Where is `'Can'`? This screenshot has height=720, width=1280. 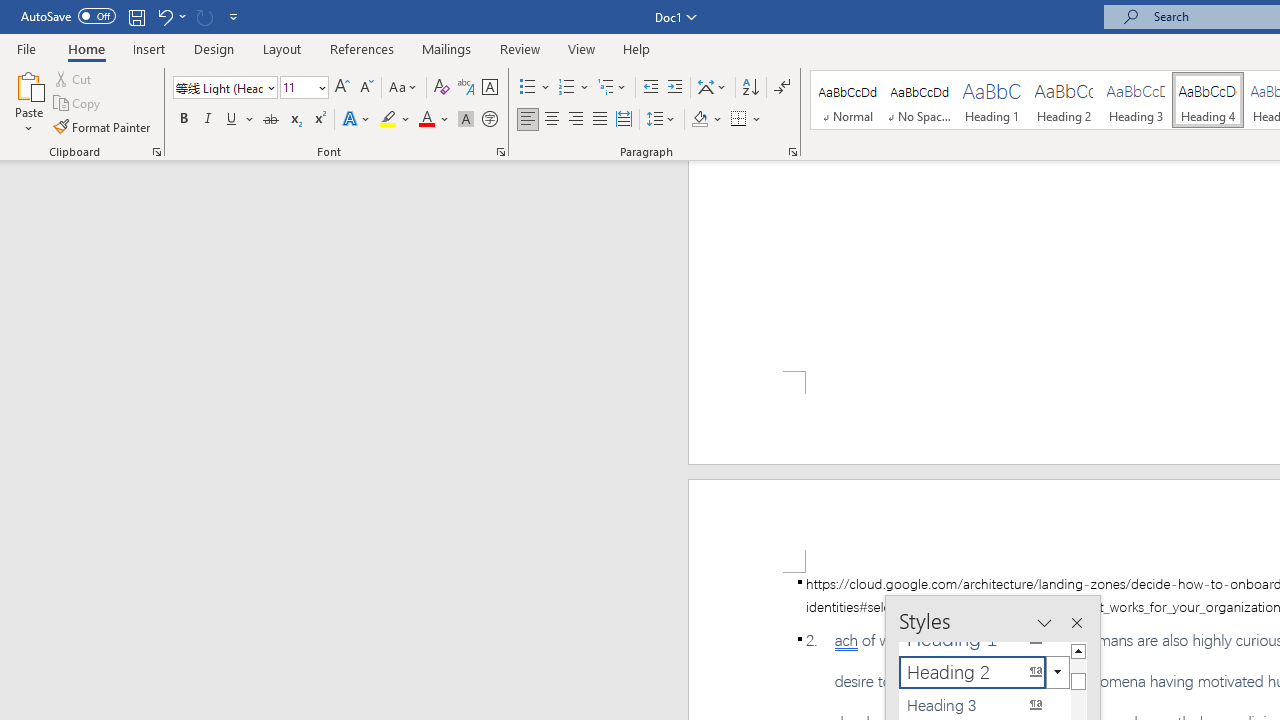 'Can' is located at coordinates (204, 16).